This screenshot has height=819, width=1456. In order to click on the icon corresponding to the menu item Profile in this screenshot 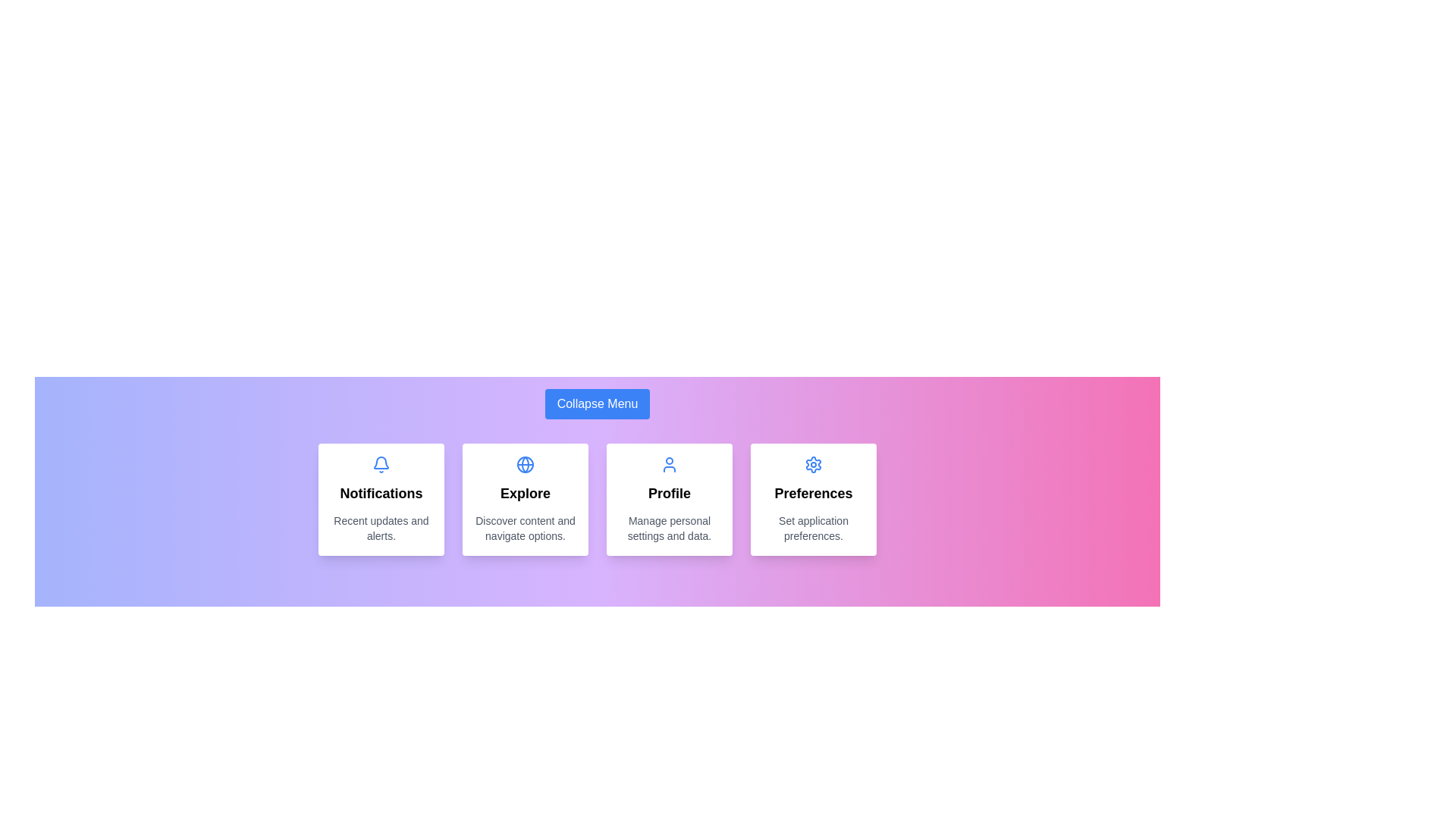, I will do `click(669, 464)`.